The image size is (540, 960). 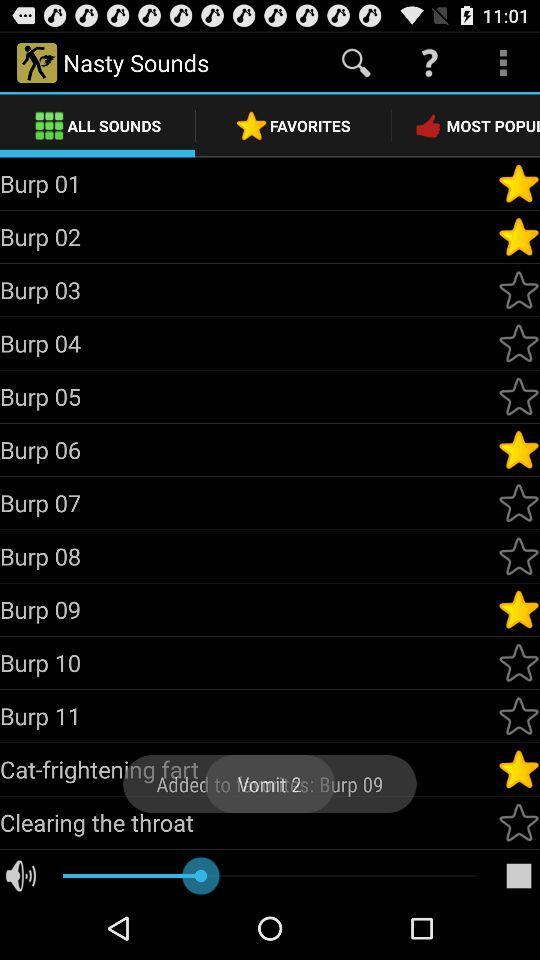 What do you see at coordinates (248, 716) in the screenshot?
I see `the burp 11 icon` at bounding box center [248, 716].